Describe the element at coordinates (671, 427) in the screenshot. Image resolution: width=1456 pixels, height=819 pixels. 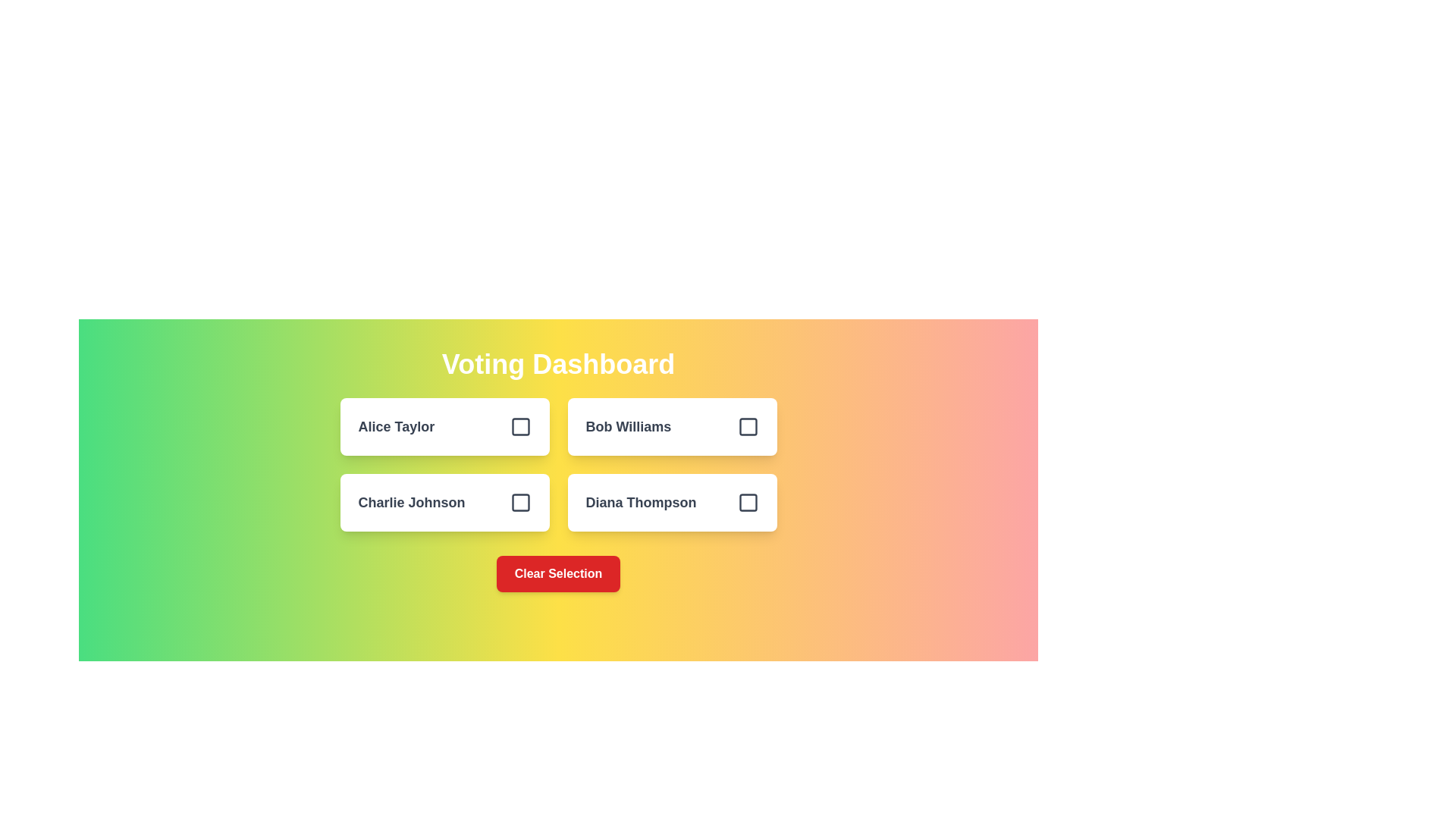
I see `the candidate item Bob Williams to observe the hover effect` at that location.